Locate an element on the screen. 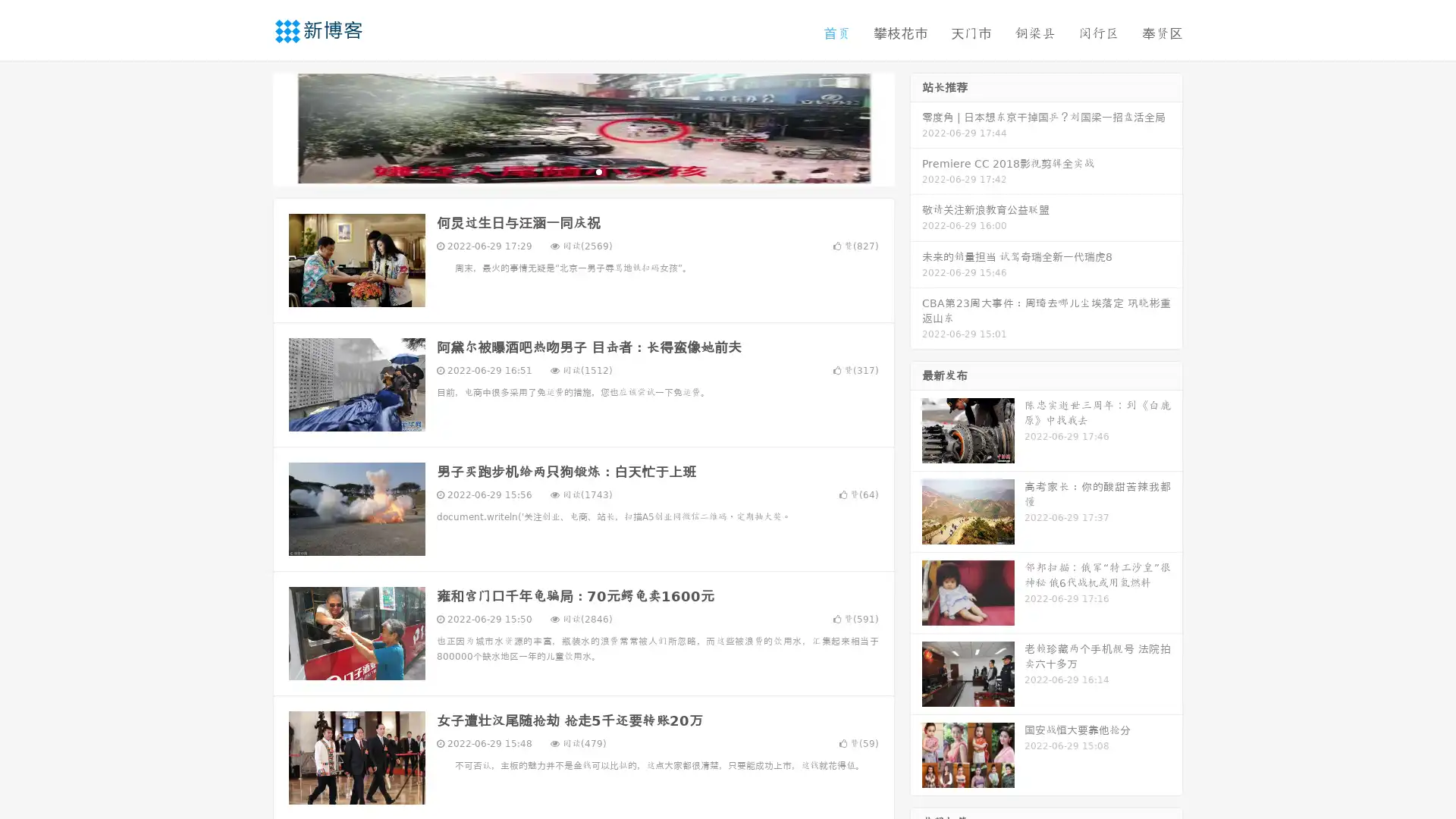 The width and height of the screenshot is (1456, 819). Previous slide is located at coordinates (250, 127).